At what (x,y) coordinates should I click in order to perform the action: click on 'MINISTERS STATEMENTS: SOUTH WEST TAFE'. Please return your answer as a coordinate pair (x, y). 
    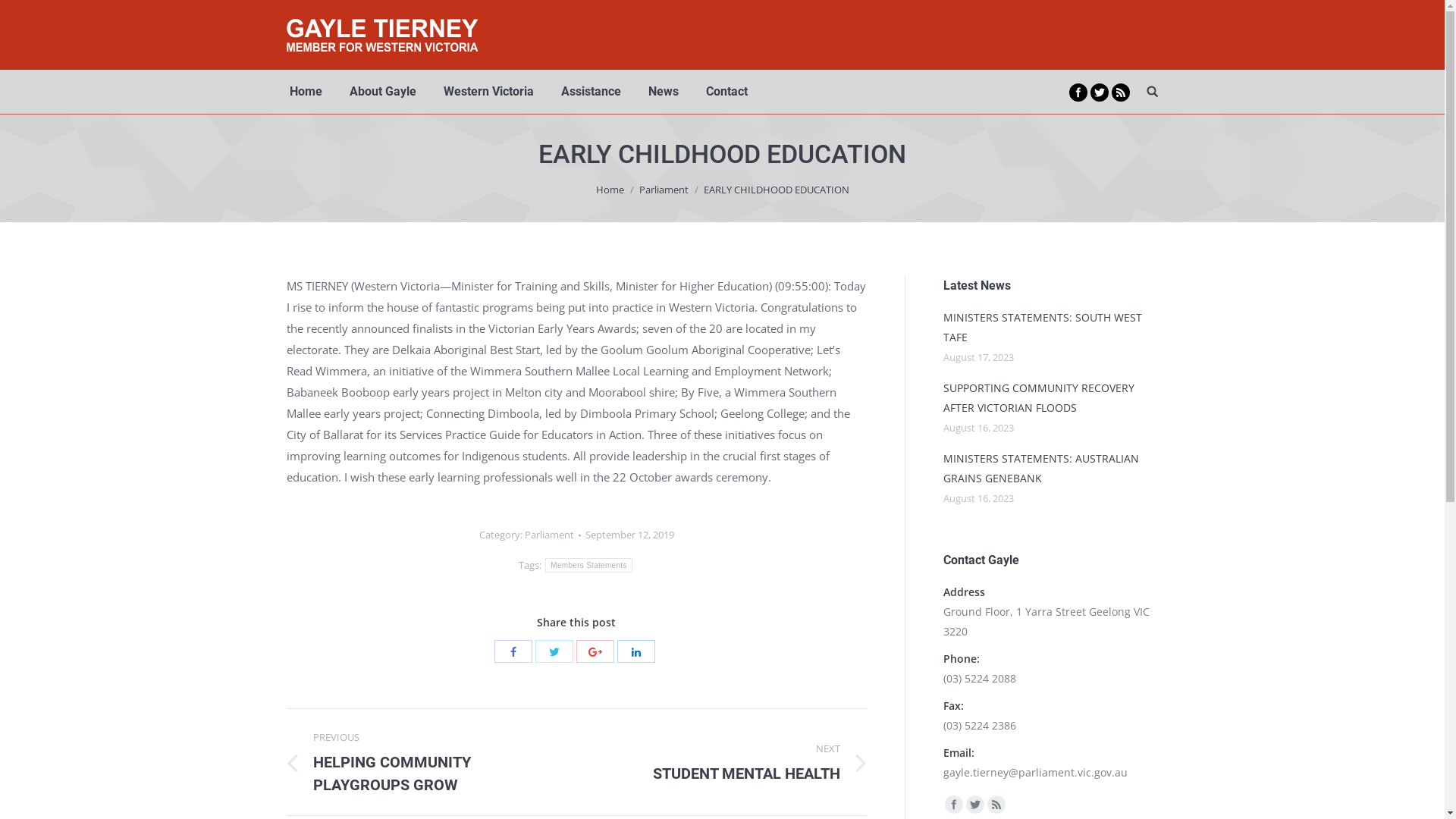
    Looking at the image, I should click on (1050, 327).